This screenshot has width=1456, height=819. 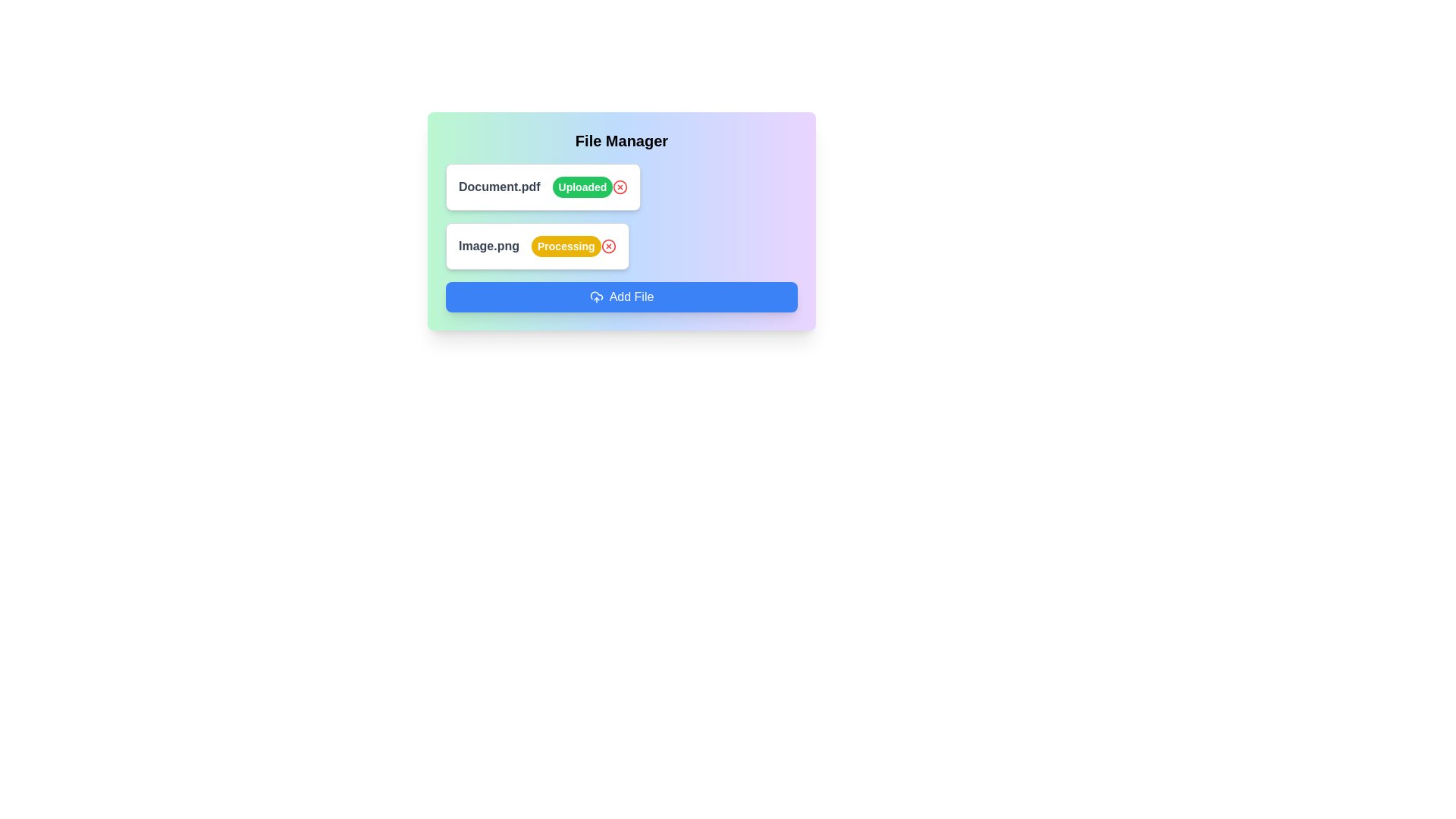 I want to click on the 'Add File' button to add a new file, so click(x=622, y=297).